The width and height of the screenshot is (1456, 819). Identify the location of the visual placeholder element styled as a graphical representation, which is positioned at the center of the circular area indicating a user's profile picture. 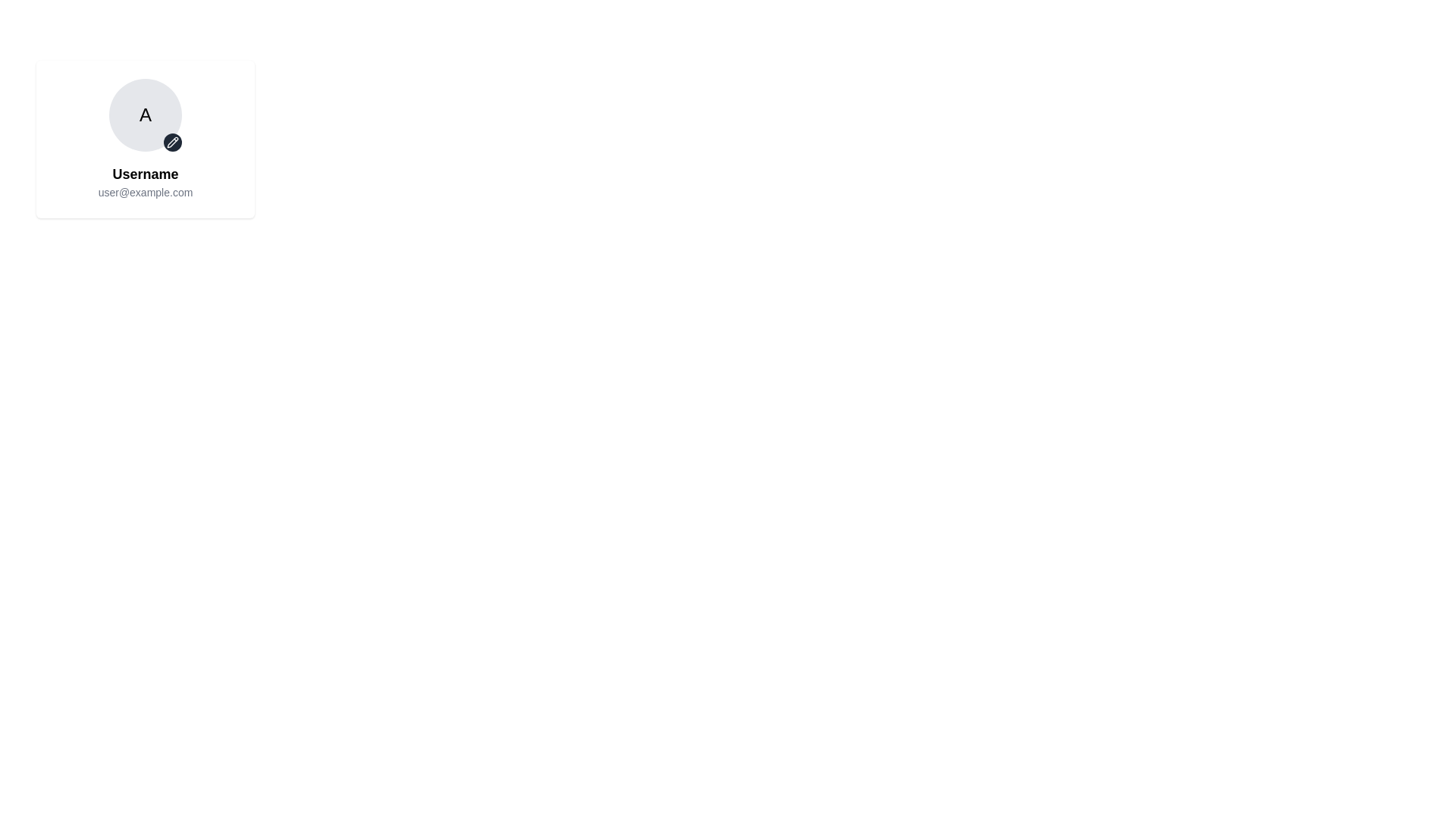
(146, 114).